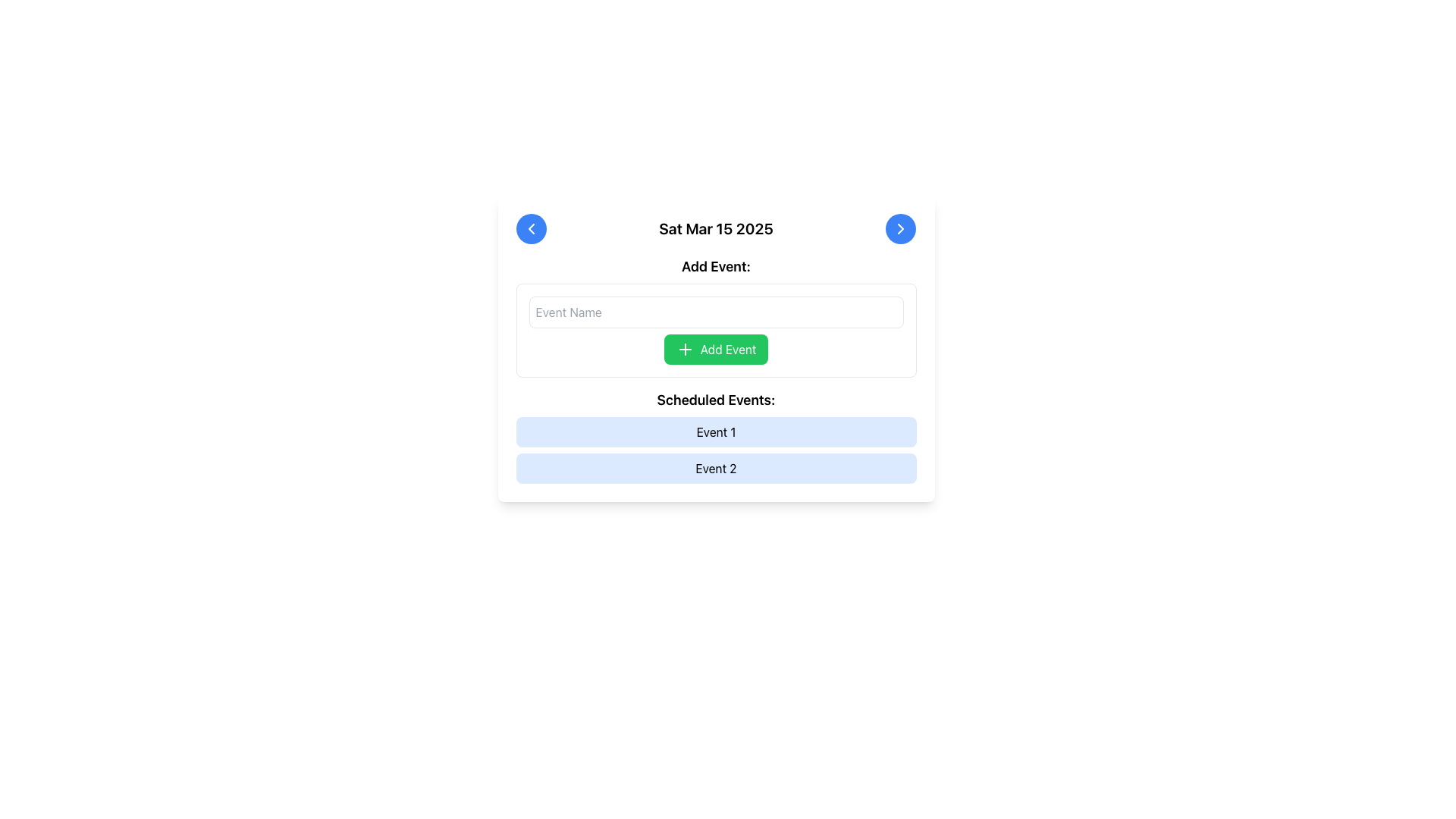  I want to click on the text displaying 'Sat Mar 15 2025' to trigger the tooltip, so click(715, 228).